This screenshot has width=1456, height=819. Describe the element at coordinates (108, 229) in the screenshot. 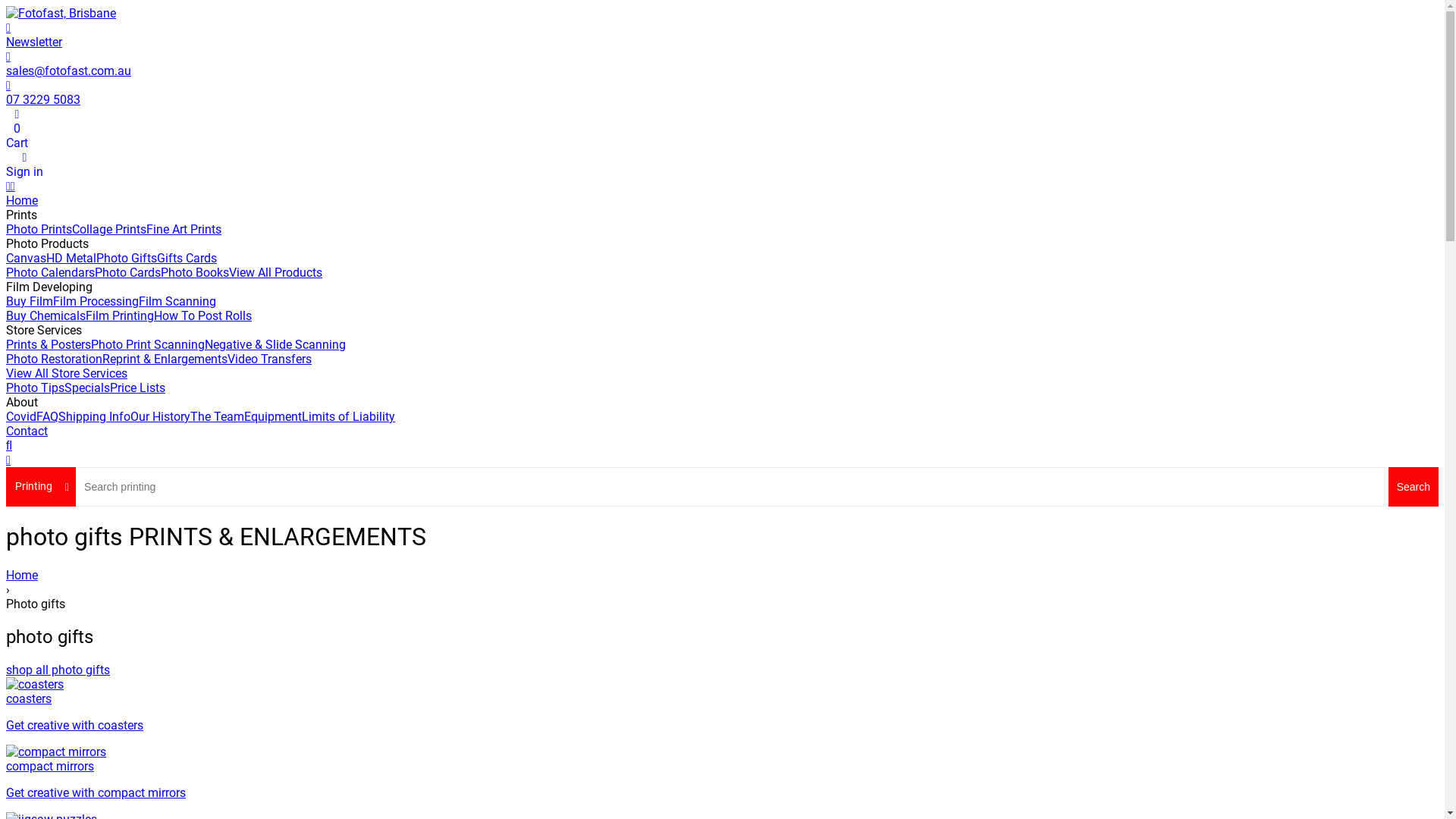

I see `'Collage Prints'` at that location.